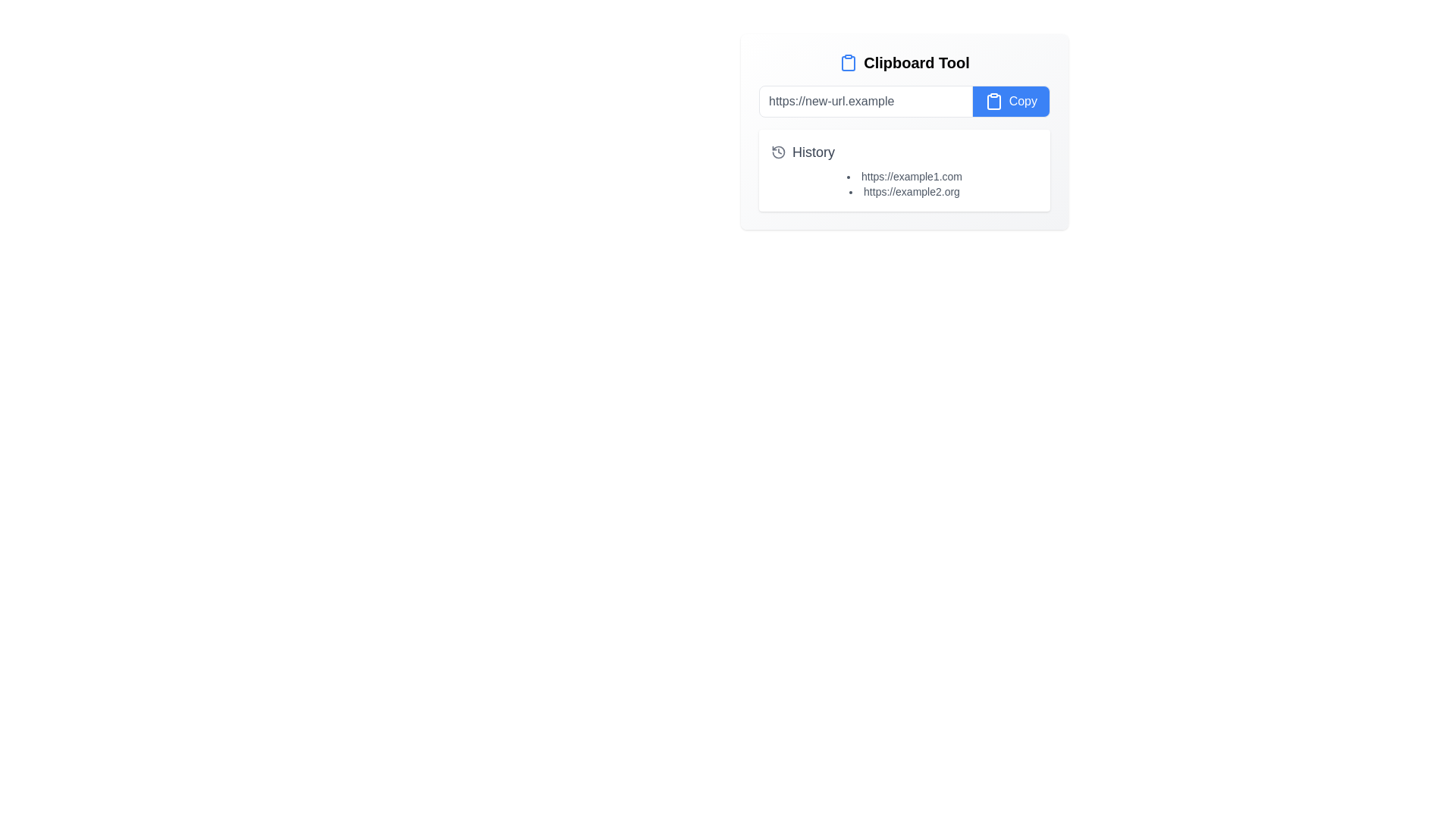 This screenshot has height=819, width=1456. What do you see at coordinates (1011, 102) in the screenshot?
I see `the blue 'Copy' button with a clipboard icon to observe any hover effects` at bounding box center [1011, 102].